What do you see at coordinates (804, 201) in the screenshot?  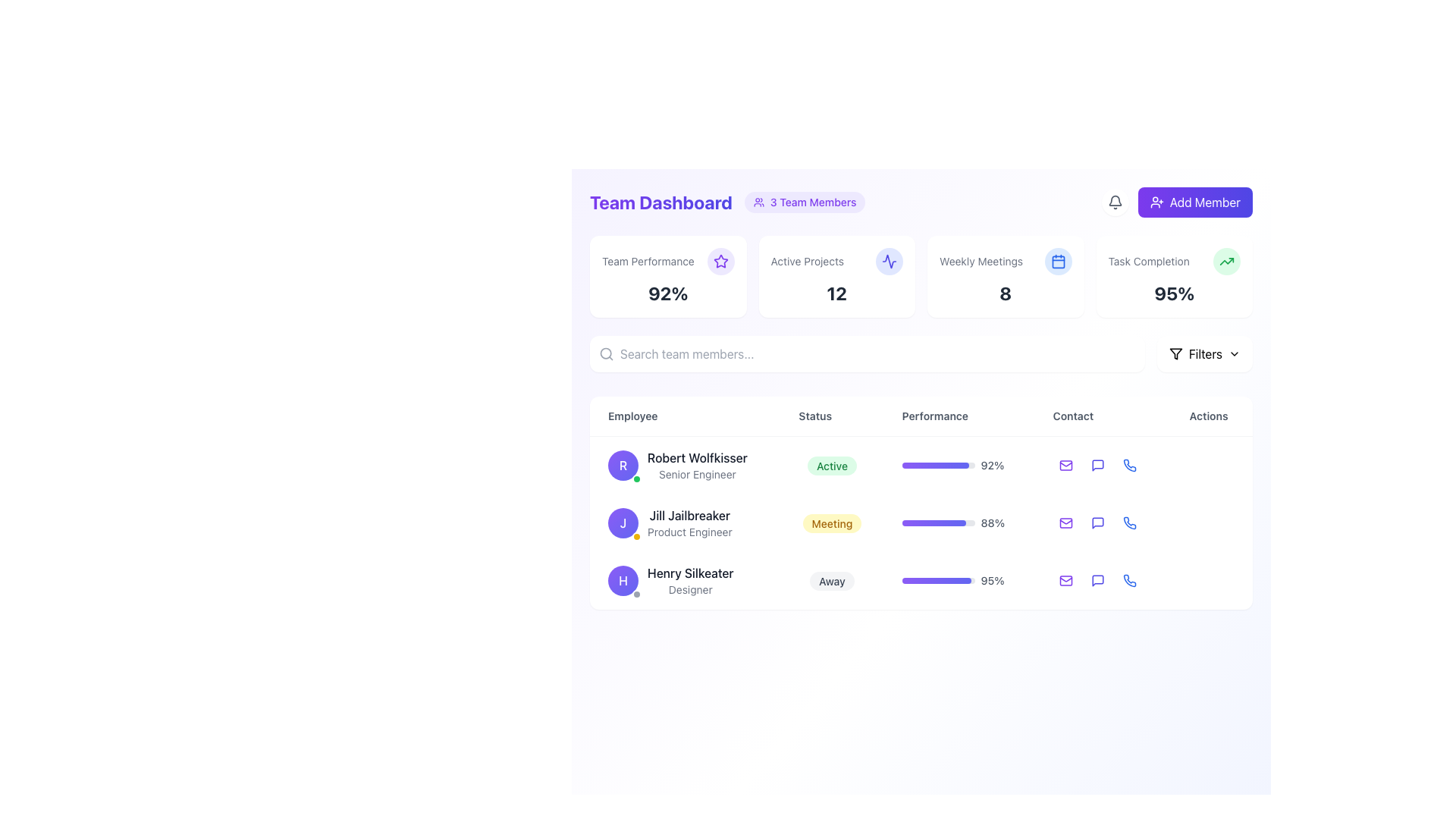 I see `the pill-shaped button labeled '3 Team Members' with a light violet background, positioned to the right of the 'Team Dashboard' heading` at bounding box center [804, 201].